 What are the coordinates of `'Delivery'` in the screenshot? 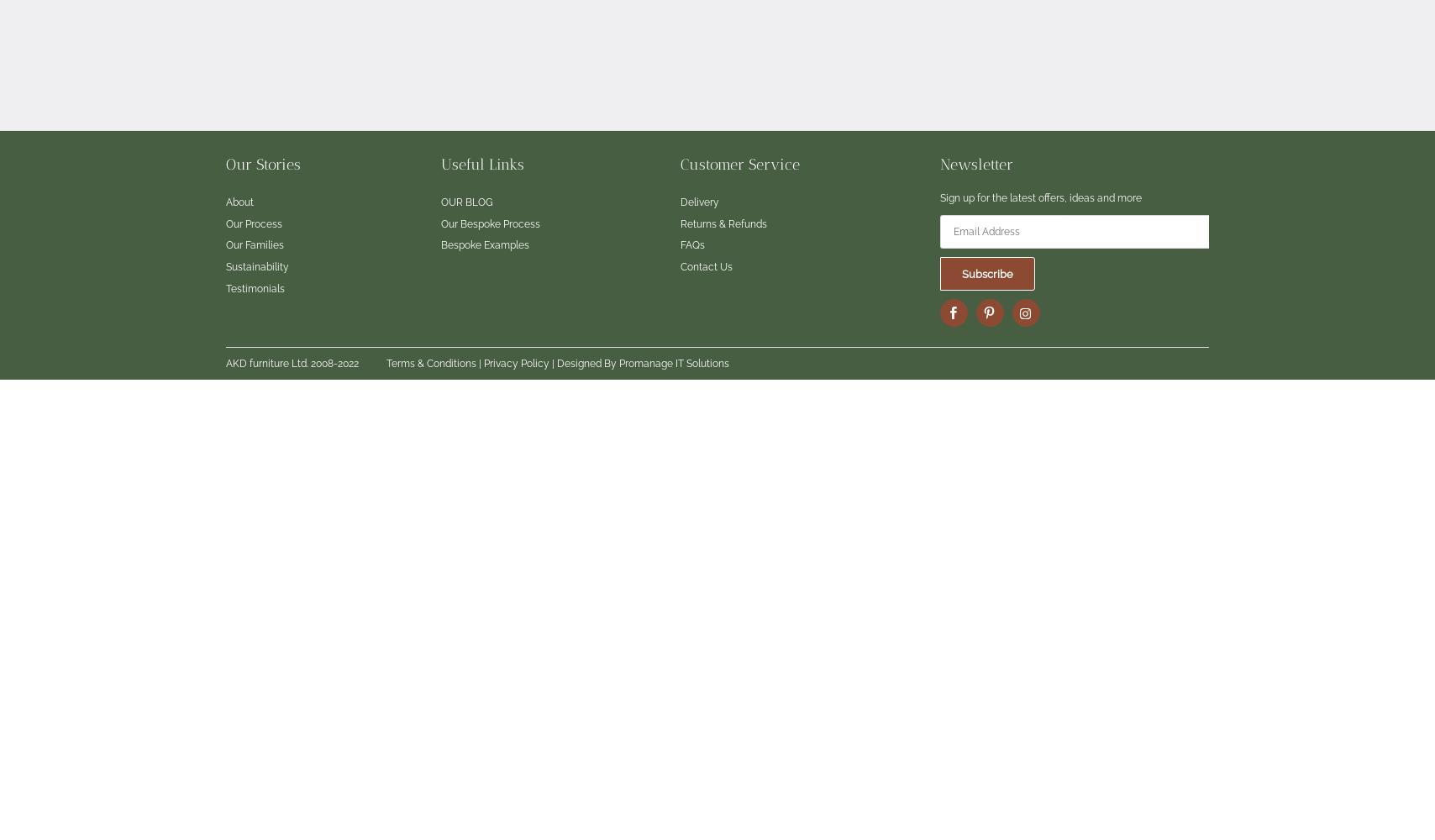 It's located at (699, 202).